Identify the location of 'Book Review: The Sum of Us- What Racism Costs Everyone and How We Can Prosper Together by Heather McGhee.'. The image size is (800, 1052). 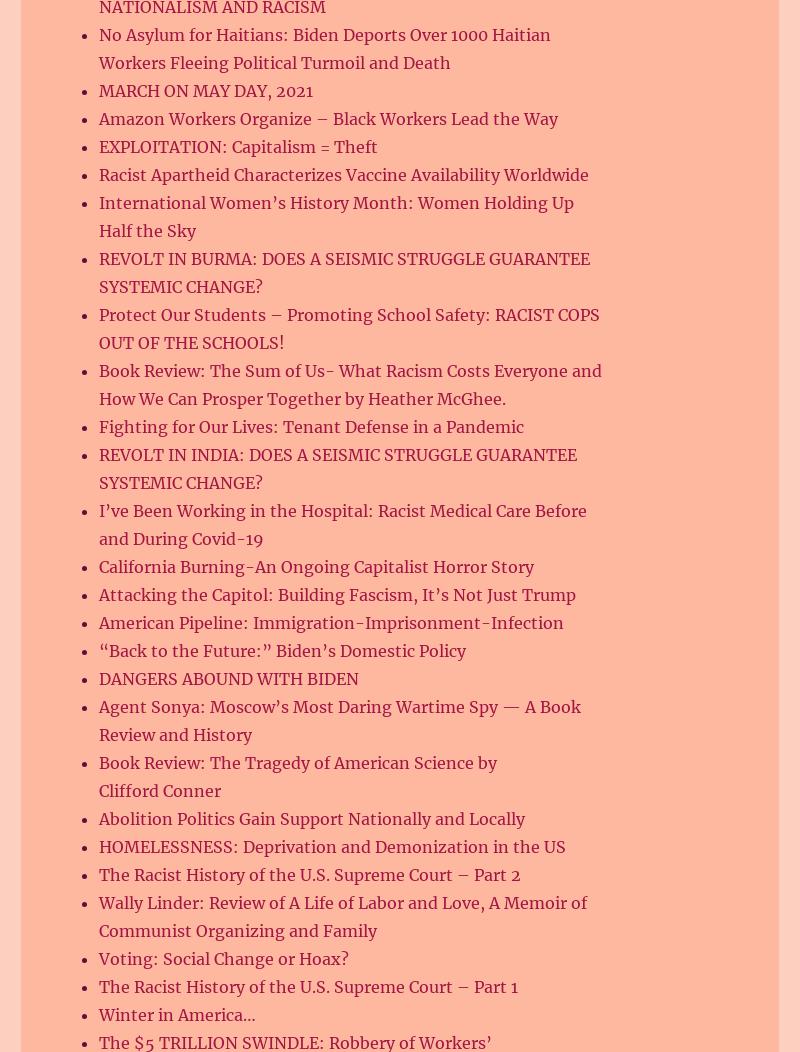
(350, 385).